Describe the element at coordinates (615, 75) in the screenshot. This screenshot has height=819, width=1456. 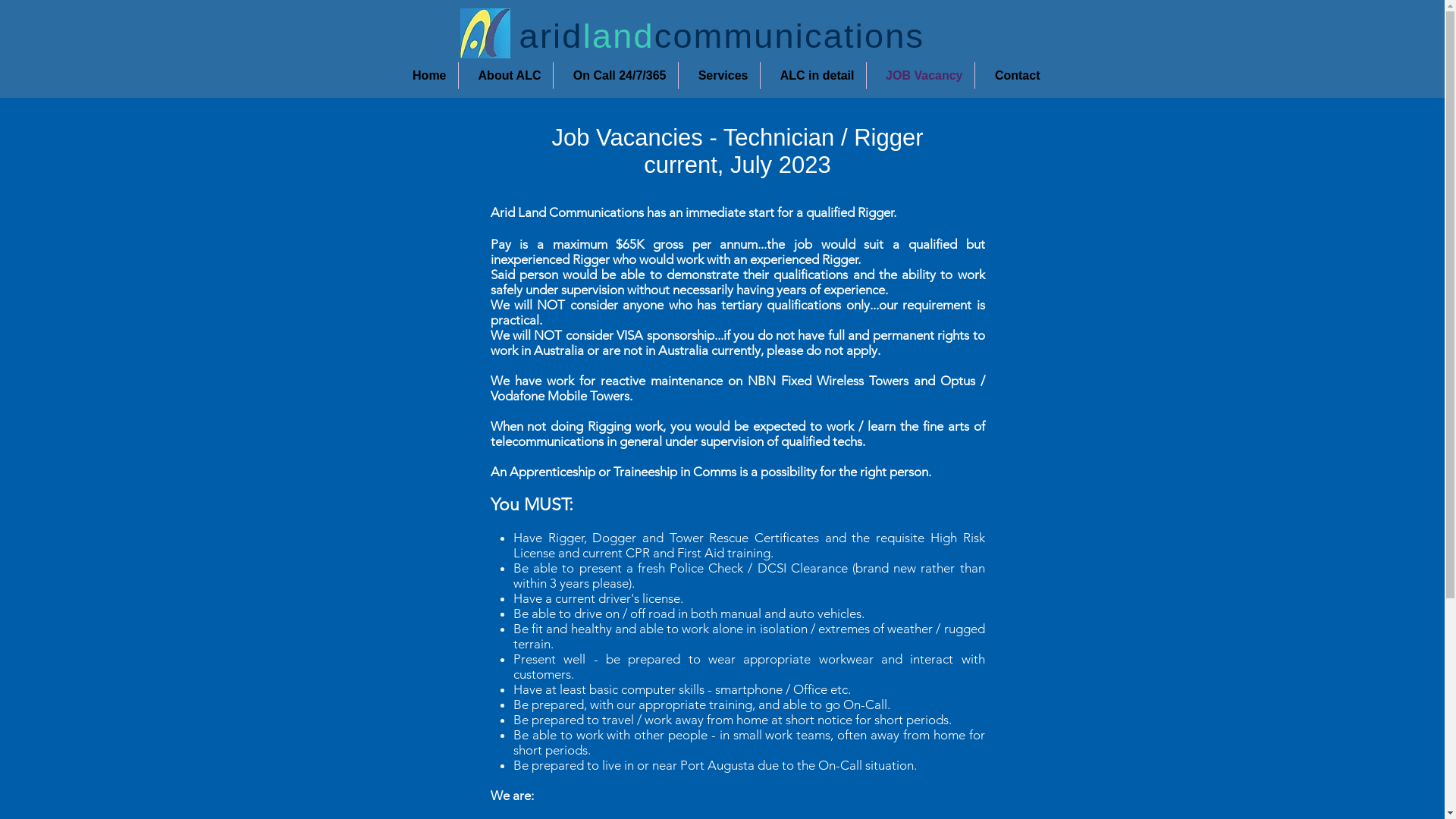
I see `'On Call 24/7/365'` at that location.